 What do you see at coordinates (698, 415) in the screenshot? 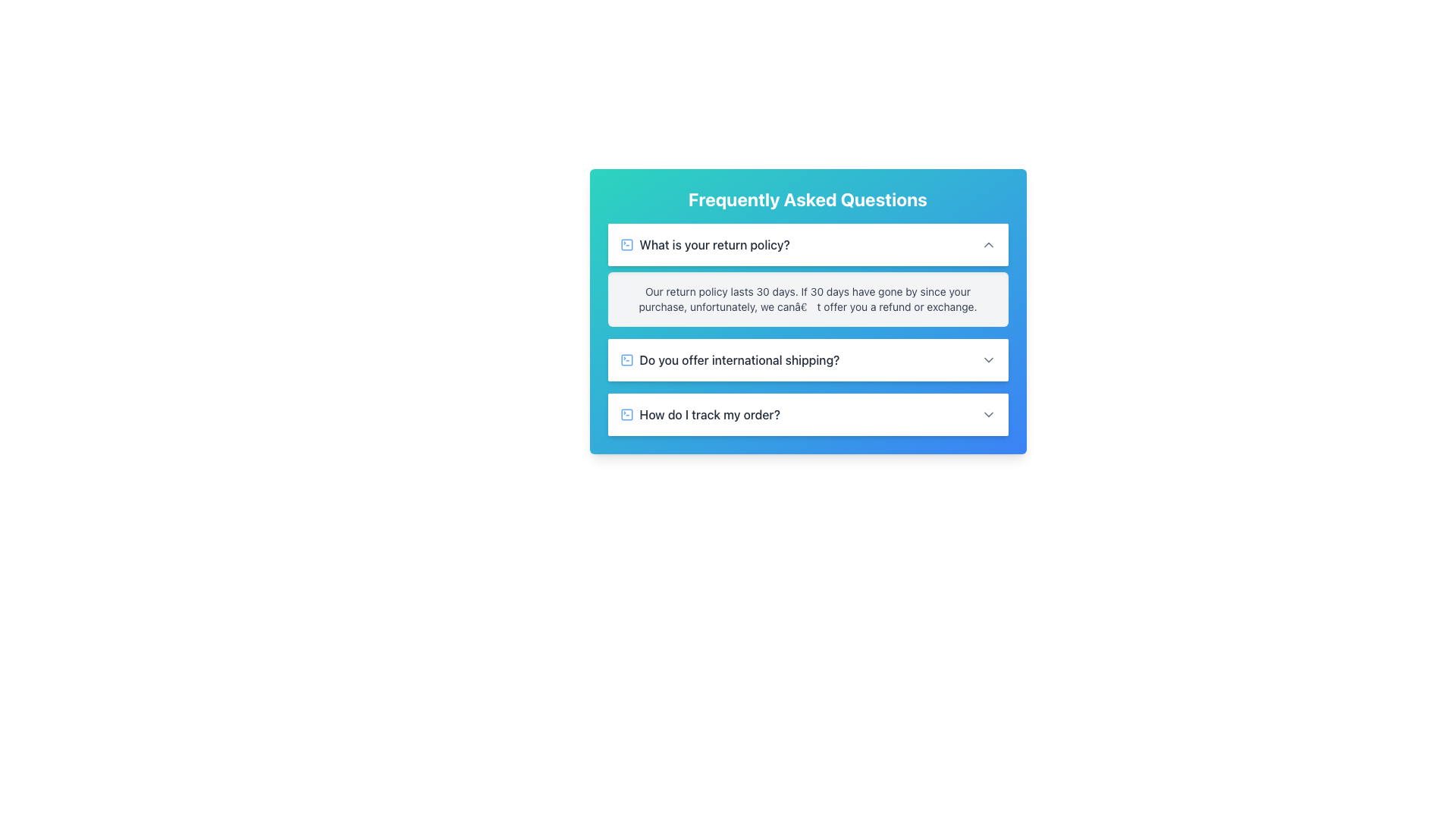
I see `the button that expands the question 'How do I track my order?' located in the Frequently Asked Questions section, positioned between the second and fourth items in the list` at bounding box center [698, 415].